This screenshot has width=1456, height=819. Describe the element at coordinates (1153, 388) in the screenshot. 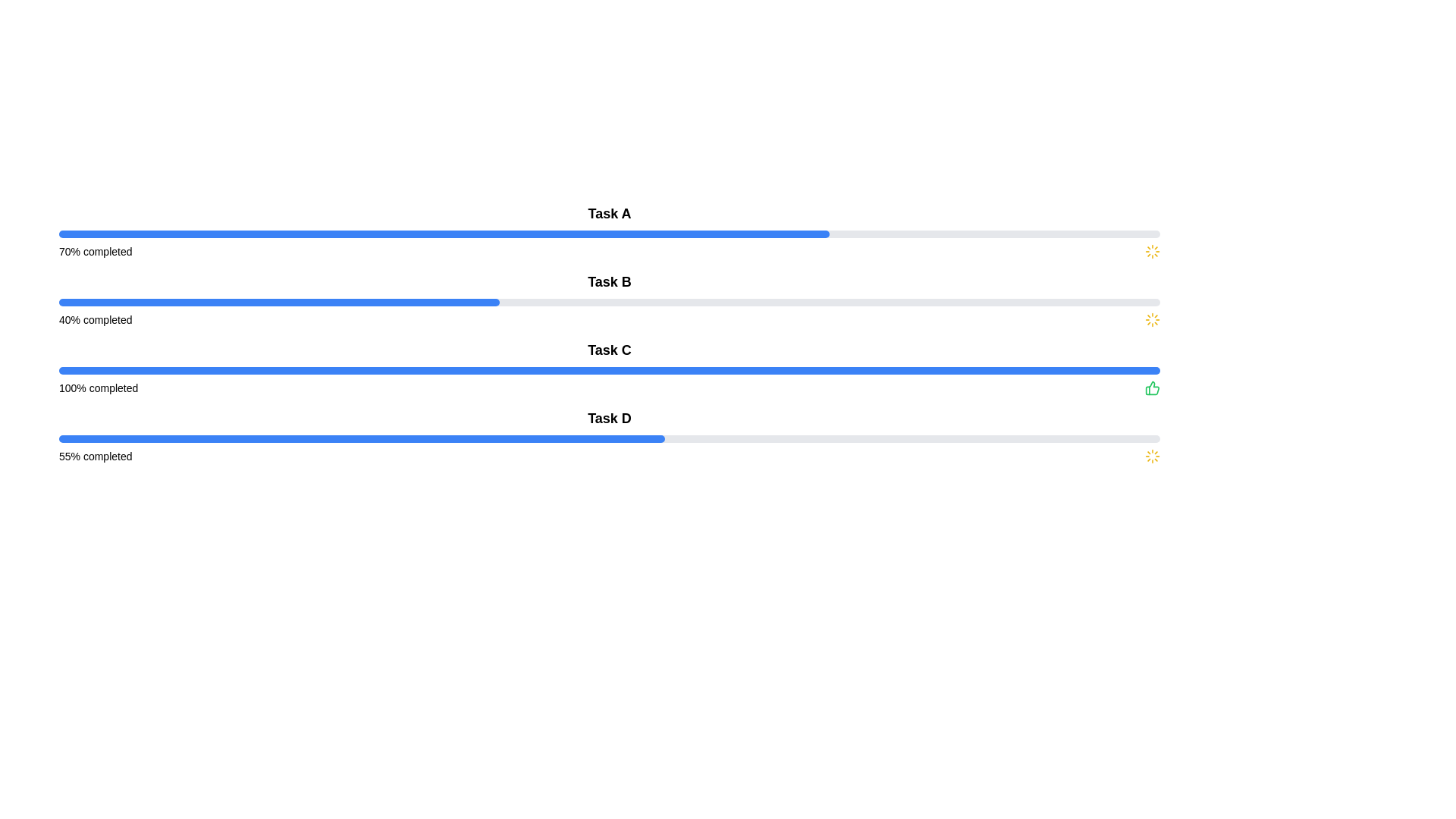

I see `the completion indicator icon located to the right of the '100% completed' text, positioned at the end of the 'Task C' progress bar` at that location.